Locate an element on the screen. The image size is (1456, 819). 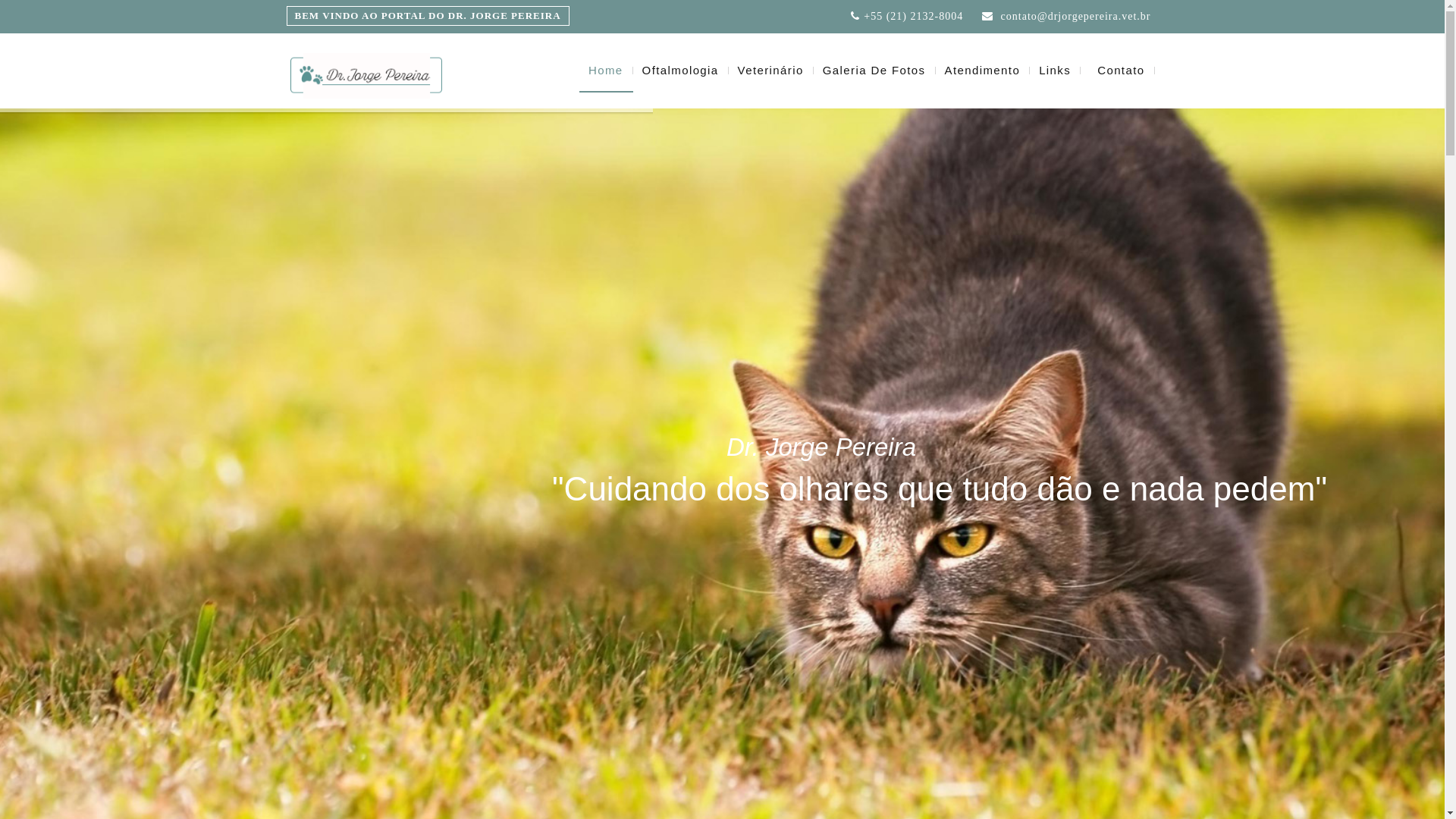
'Links' is located at coordinates (1054, 70).